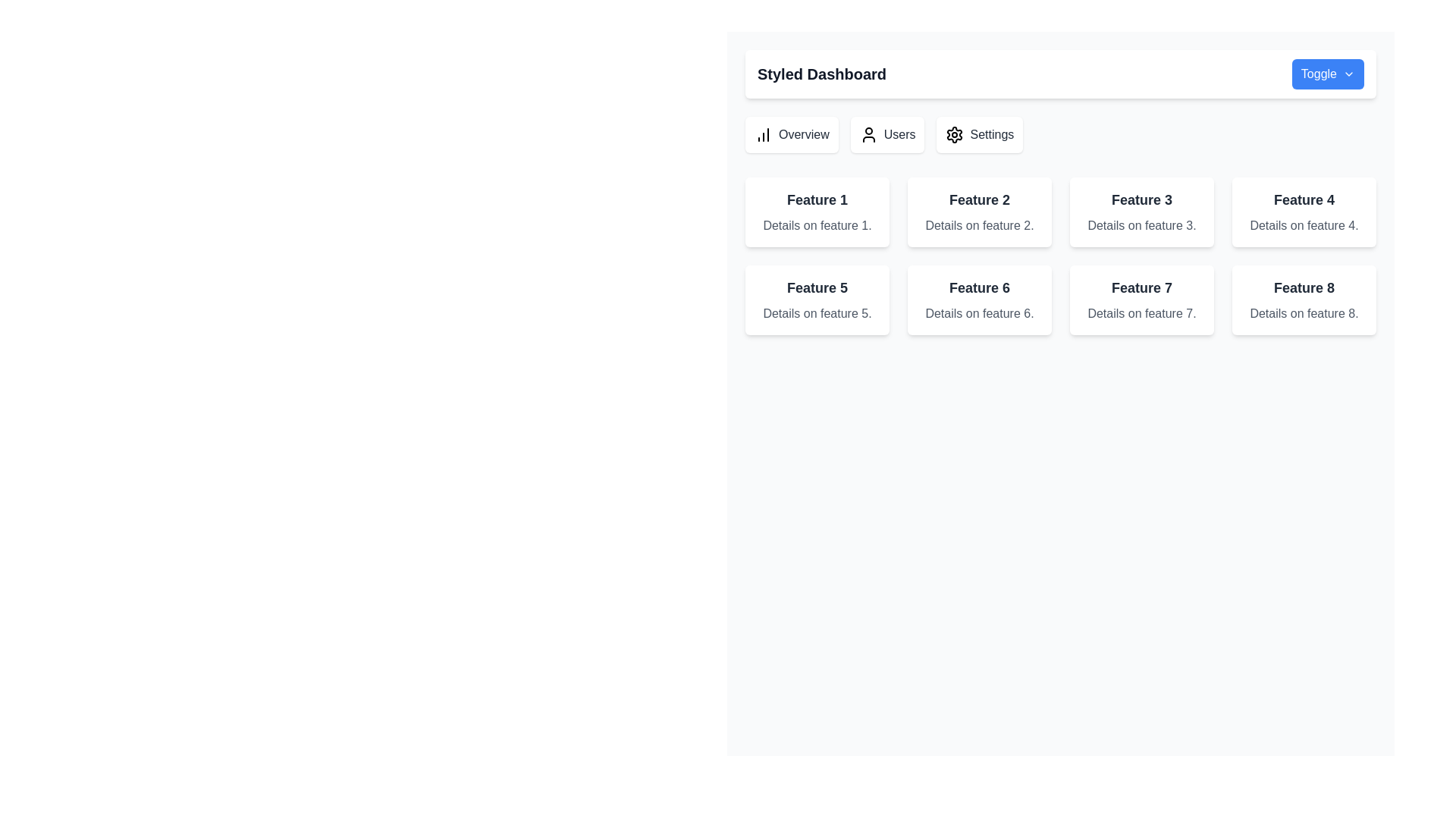 Image resolution: width=1456 pixels, height=819 pixels. What do you see at coordinates (817, 300) in the screenshot?
I see `the rectangular card with a white background, containing bold text 'Feature 5' and smaller gray text 'Details on feature 5', located in the leftmost column of the second row` at bounding box center [817, 300].